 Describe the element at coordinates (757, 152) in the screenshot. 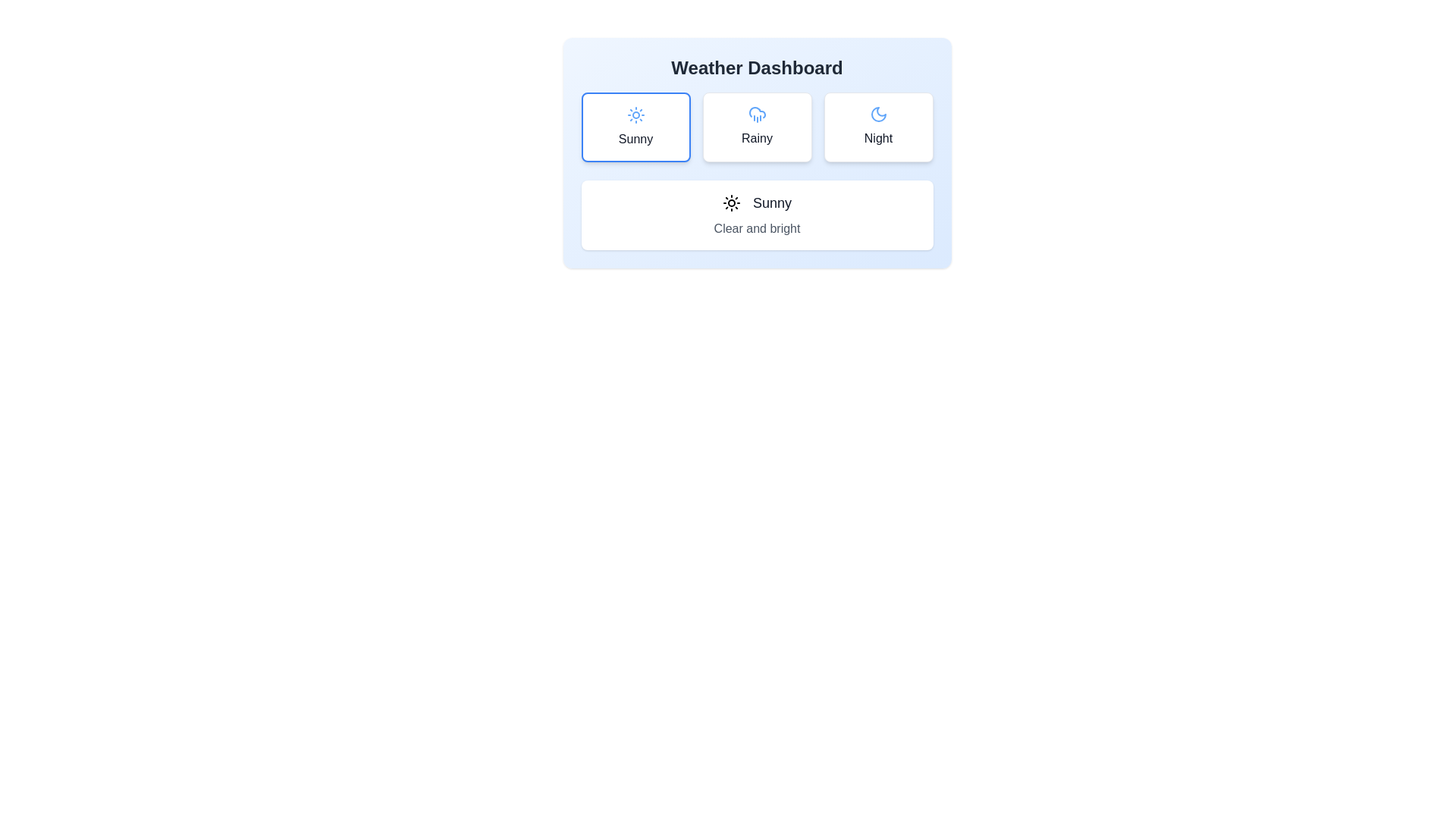

I see `the 'Rainy' weather option button in the 'Weather Dashboard' widget` at that location.